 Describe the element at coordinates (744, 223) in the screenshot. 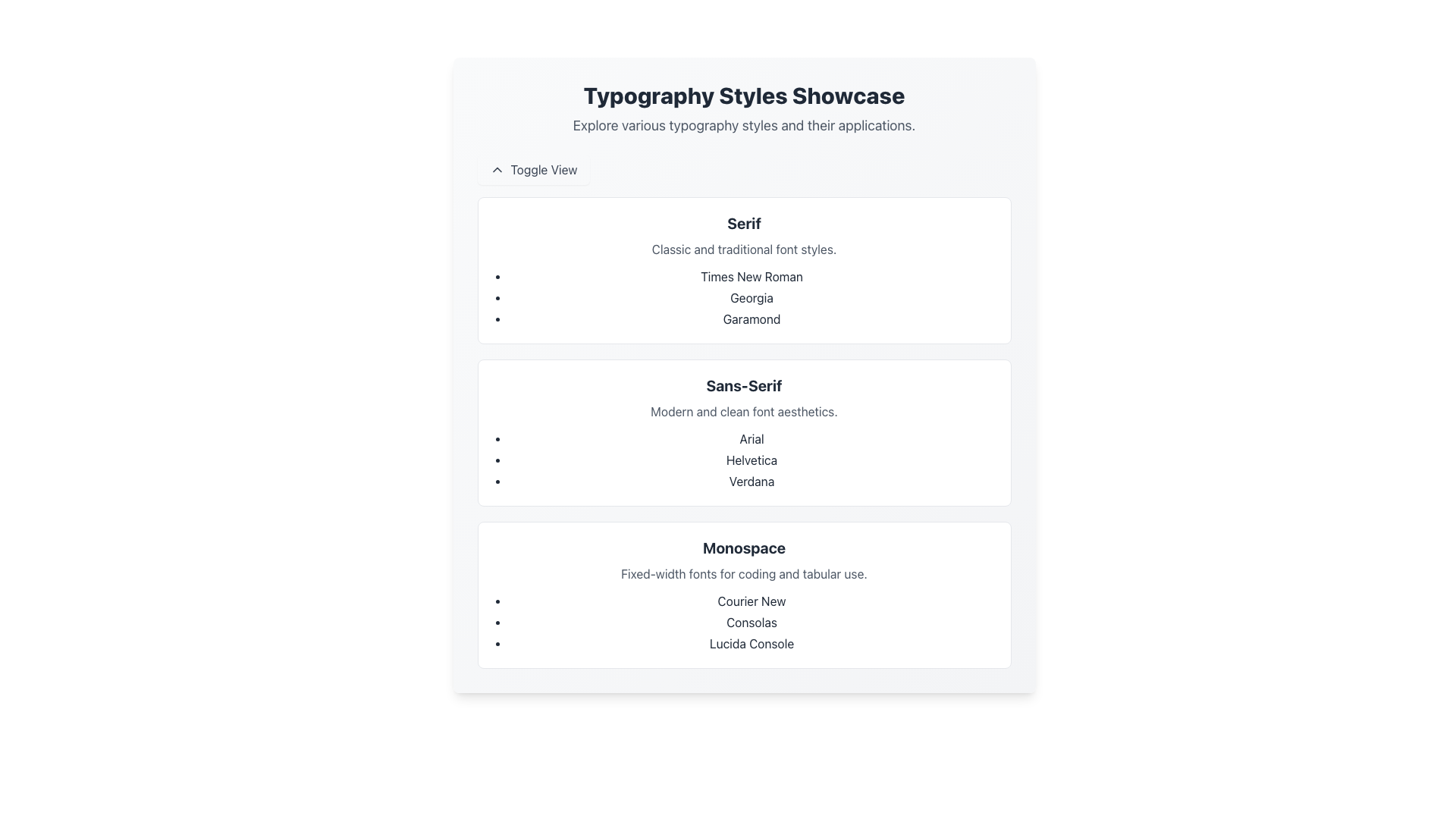

I see `the heading text indicating the section's theme about serif font styles, located at the top of the 'Serif' section` at that location.